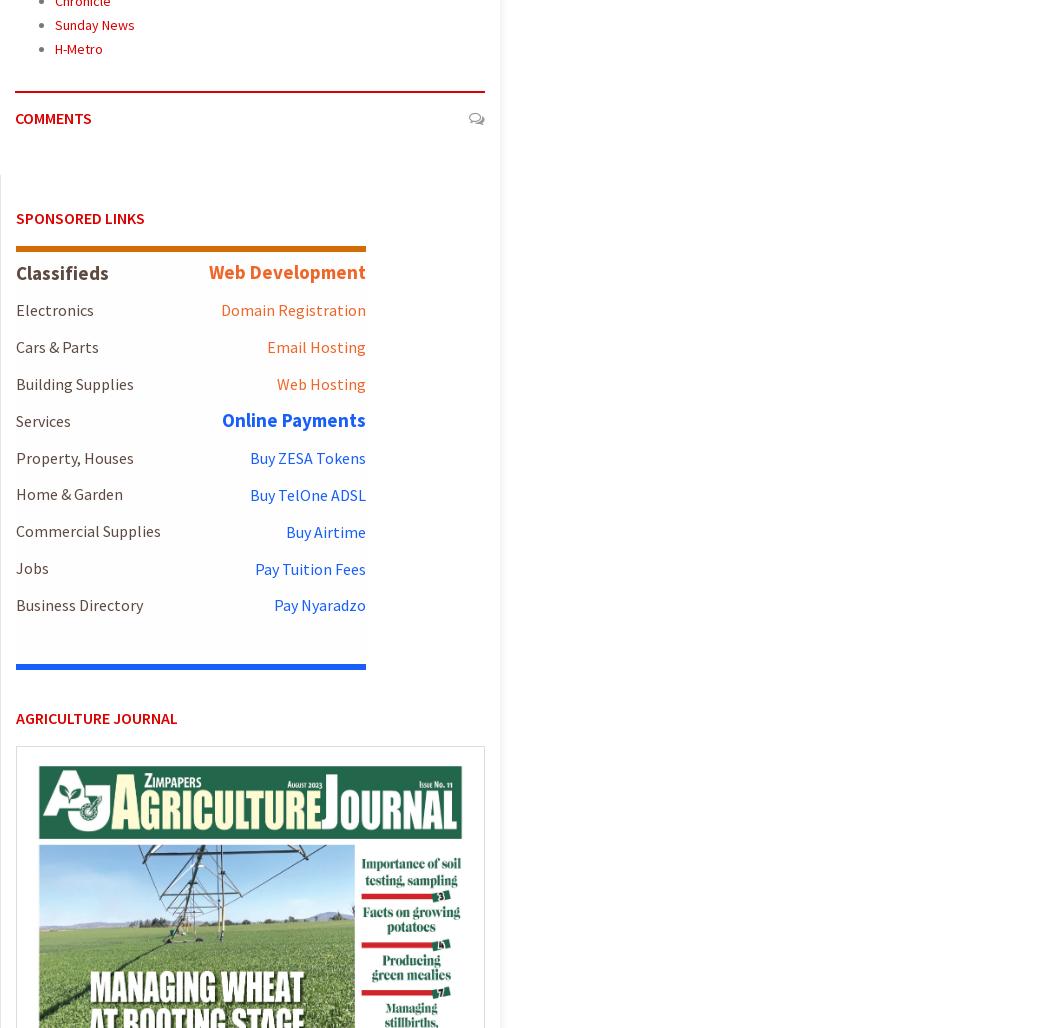 Image resolution: width=1044 pixels, height=1028 pixels. What do you see at coordinates (61, 272) in the screenshot?
I see `'Classifieds'` at bounding box center [61, 272].